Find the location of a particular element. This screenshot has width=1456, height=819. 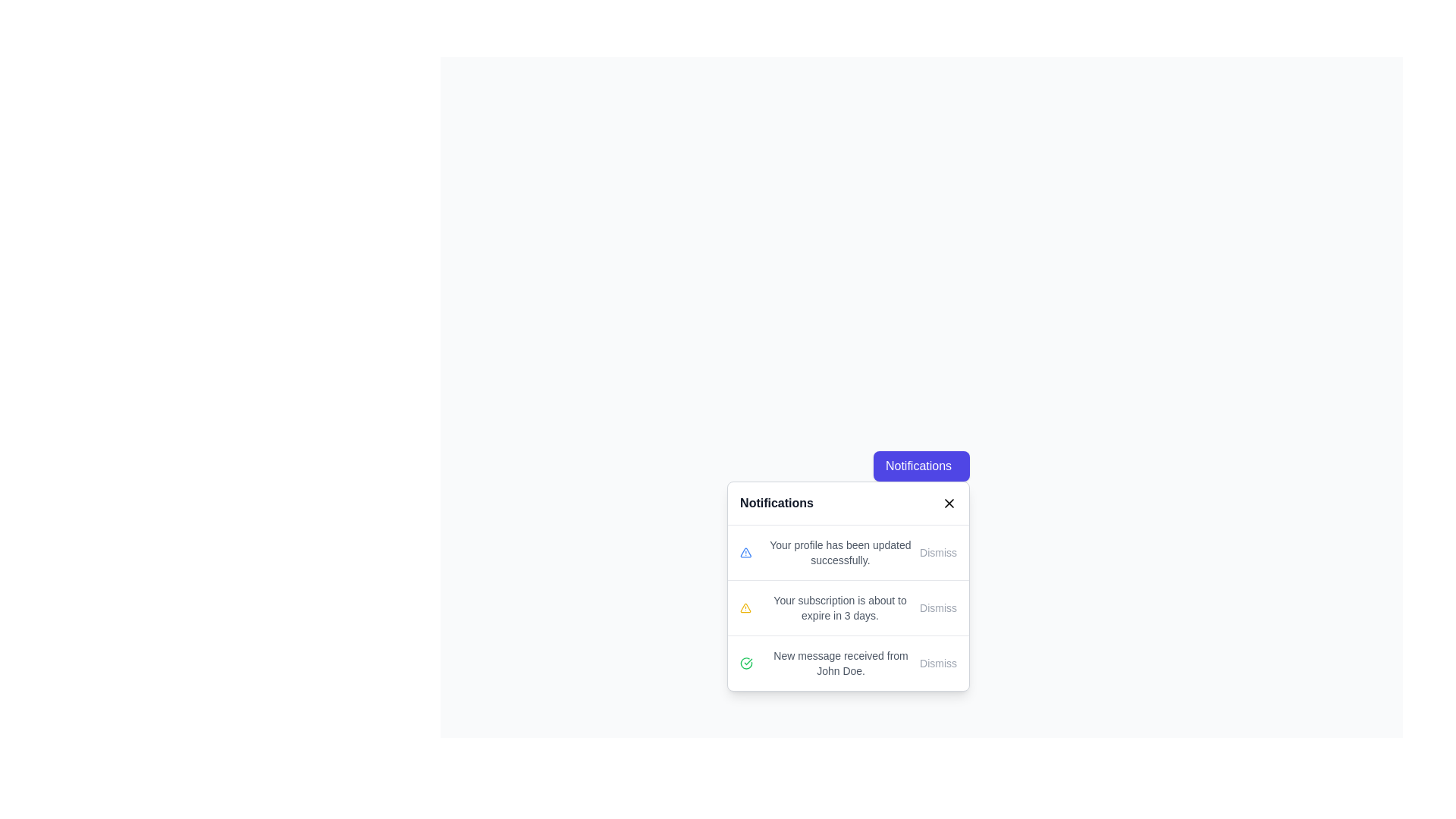

the 'Notifications' text label, which is a bold and prominent title located at the top center of the light popover window is located at coordinates (777, 503).